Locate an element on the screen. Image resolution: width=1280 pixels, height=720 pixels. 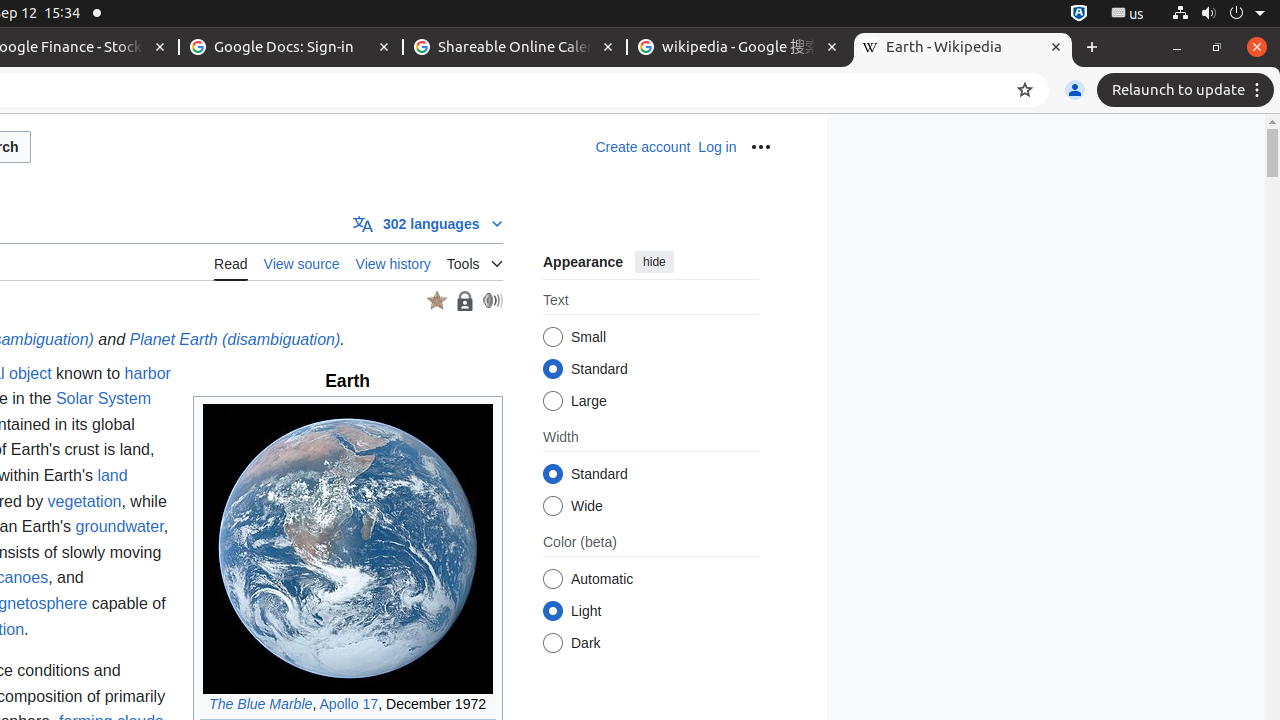
'The Blue Marble' is located at coordinates (259, 702).